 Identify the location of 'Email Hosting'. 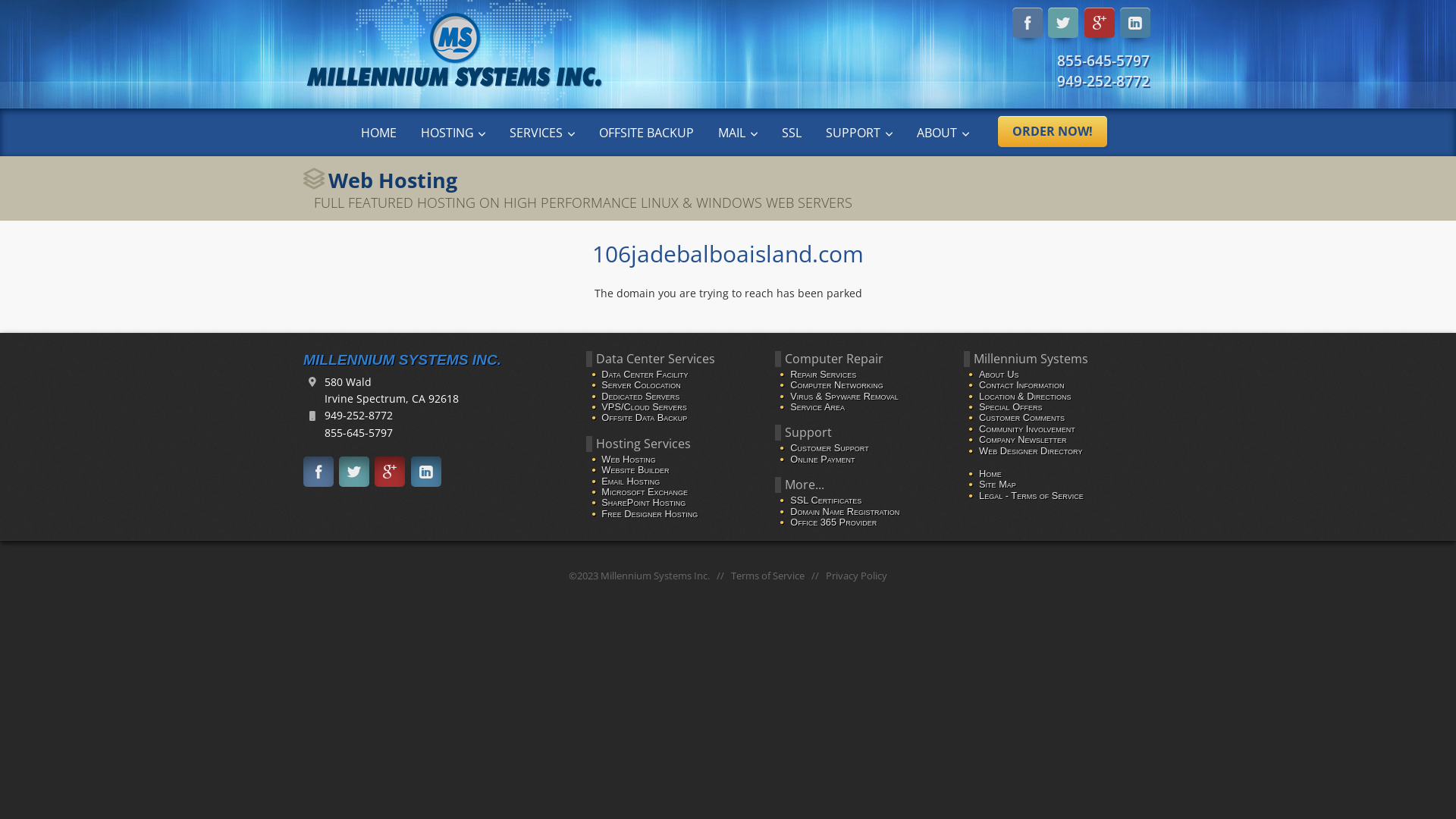
(630, 481).